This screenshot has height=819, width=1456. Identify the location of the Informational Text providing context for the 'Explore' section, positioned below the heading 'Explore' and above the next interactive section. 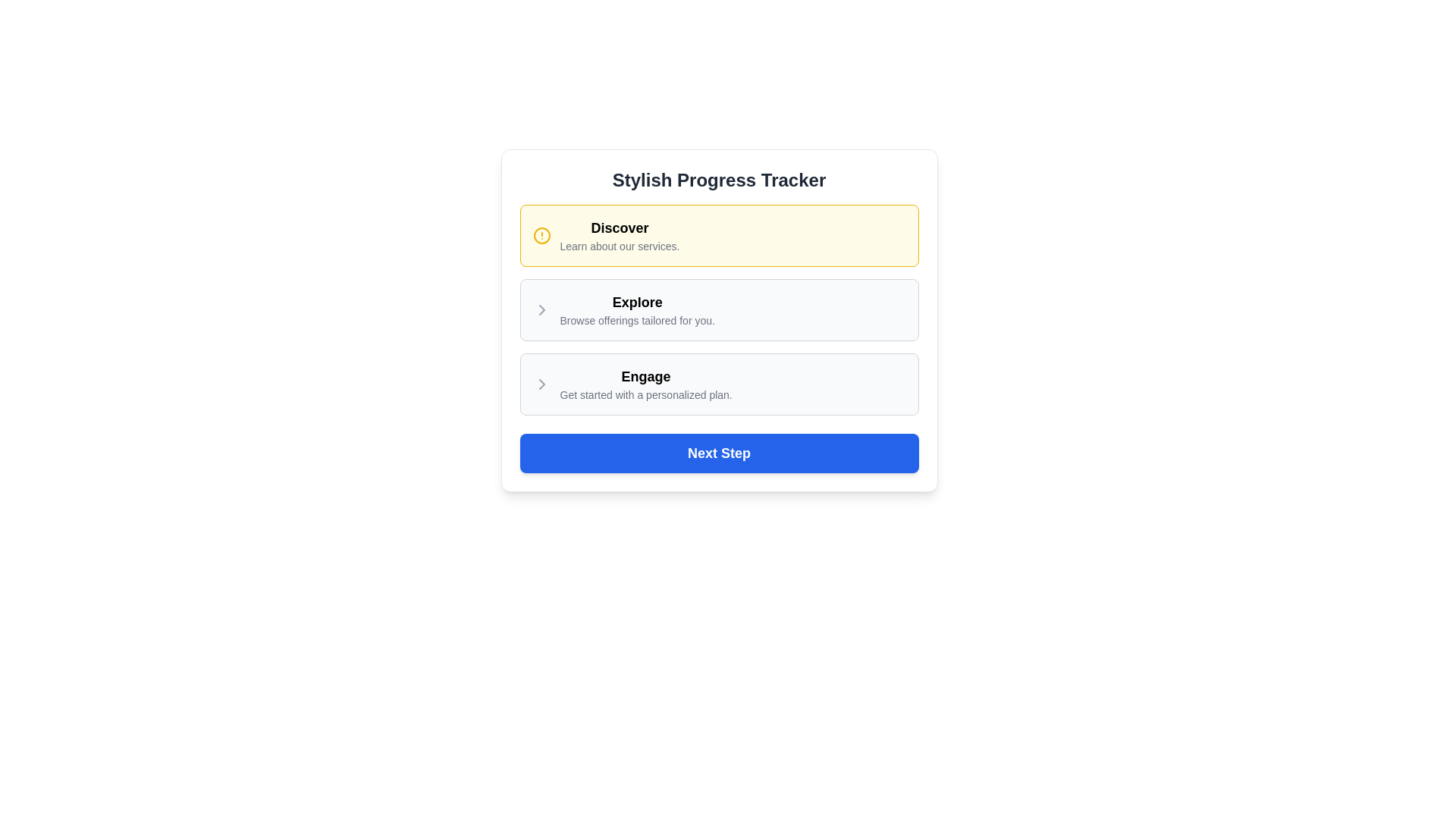
(637, 320).